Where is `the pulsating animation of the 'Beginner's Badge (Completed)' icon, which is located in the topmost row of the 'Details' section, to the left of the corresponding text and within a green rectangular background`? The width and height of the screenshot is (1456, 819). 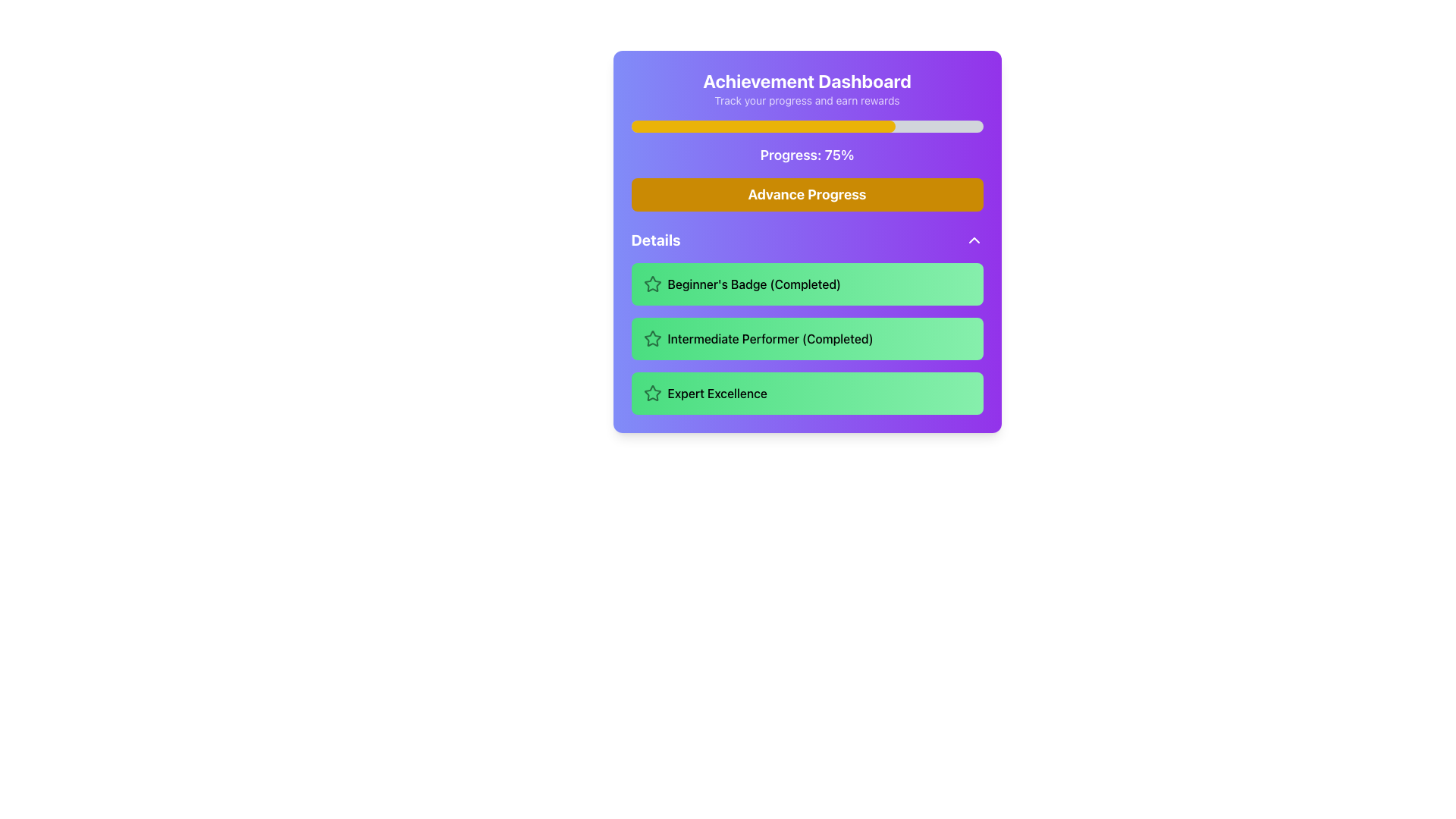
the pulsating animation of the 'Beginner's Badge (Completed)' icon, which is located in the topmost row of the 'Details' section, to the left of the corresponding text and within a green rectangular background is located at coordinates (652, 284).